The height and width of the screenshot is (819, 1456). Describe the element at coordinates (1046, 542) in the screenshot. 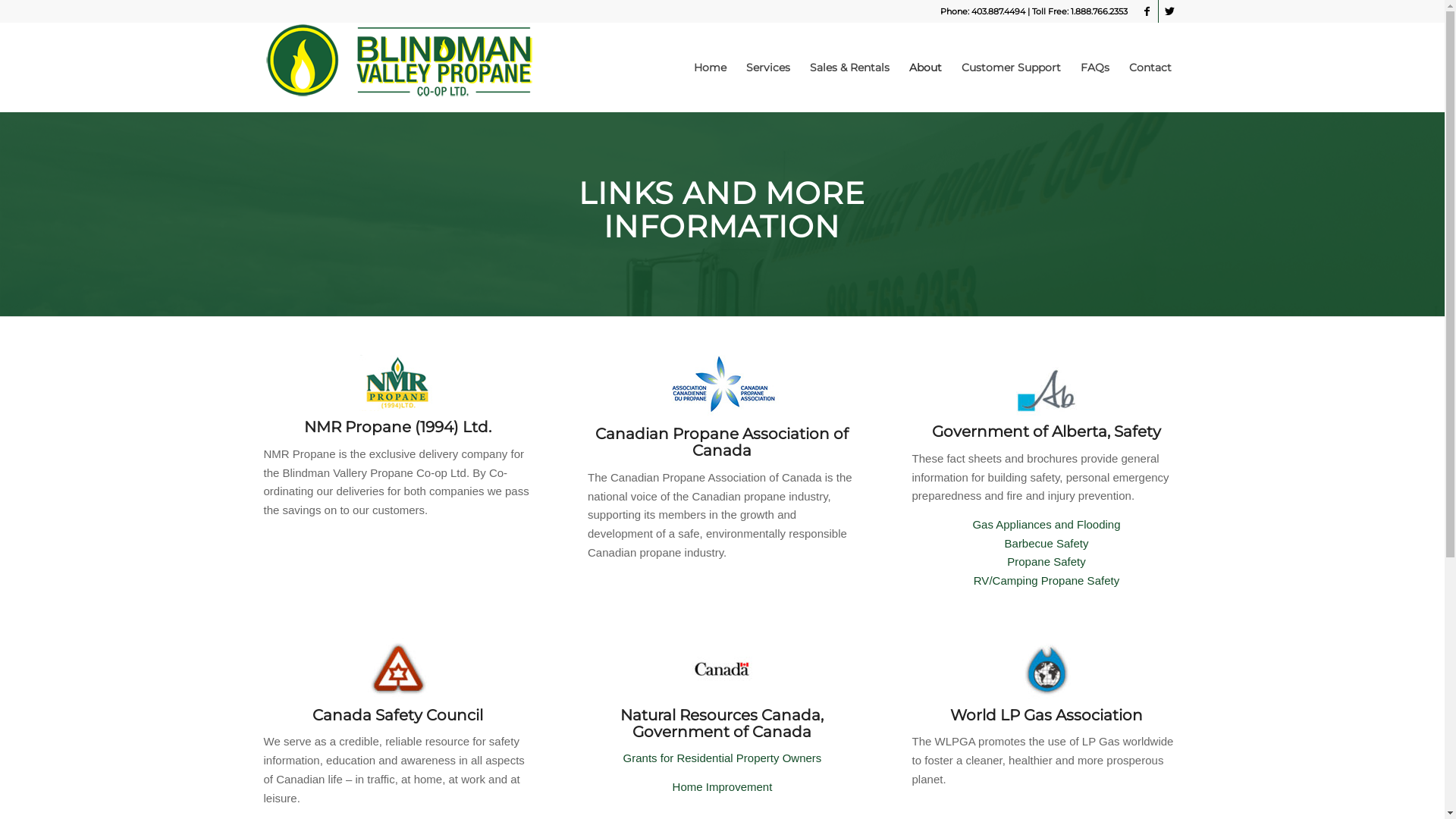

I see `'Barbecue Safety'` at that location.